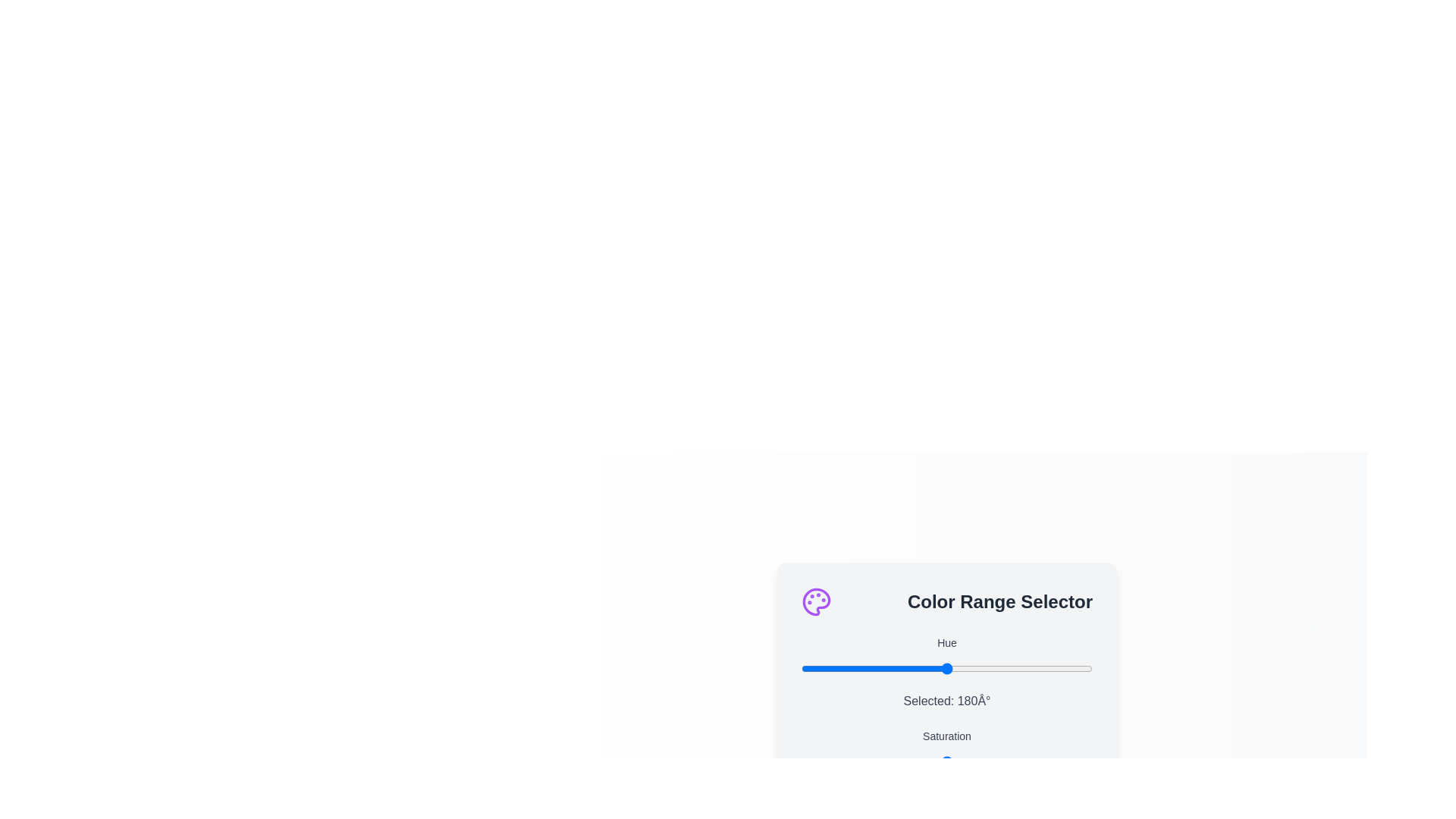 This screenshot has width=1456, height=819. I want to click on the hue value on the slider, so click(934, 667).